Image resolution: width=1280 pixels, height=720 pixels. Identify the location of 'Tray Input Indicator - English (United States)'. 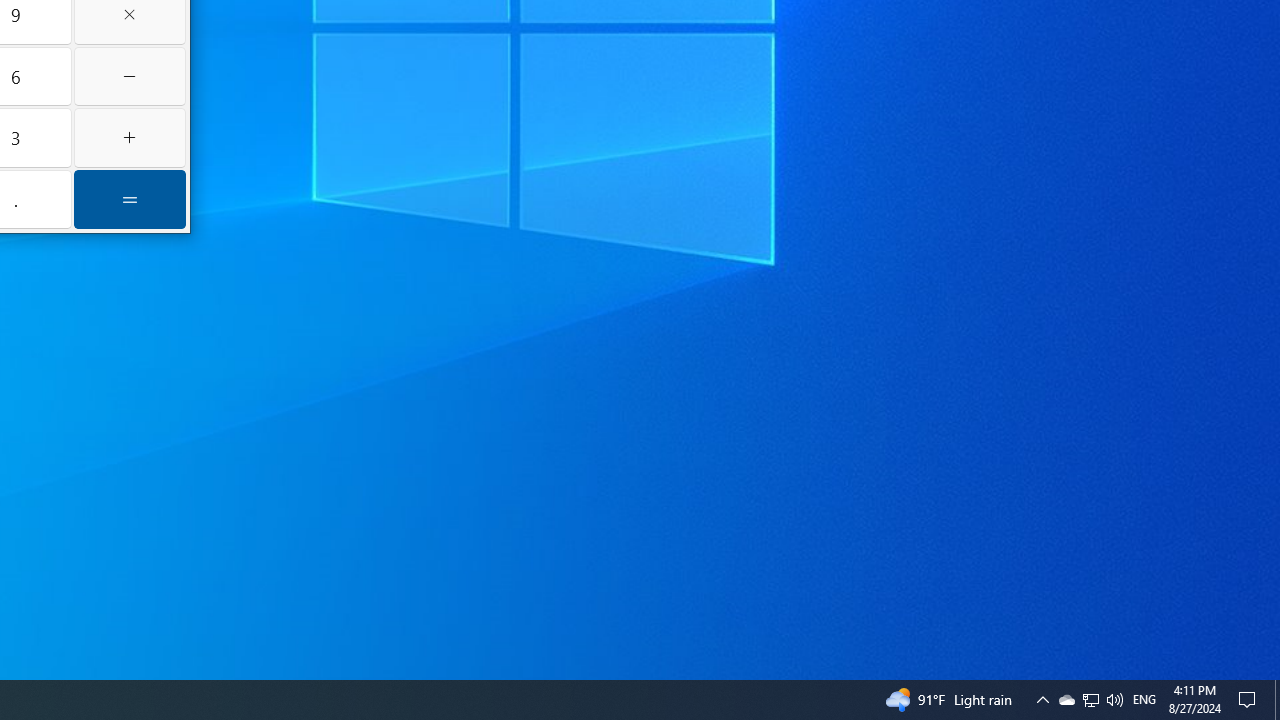
(1089, 698).